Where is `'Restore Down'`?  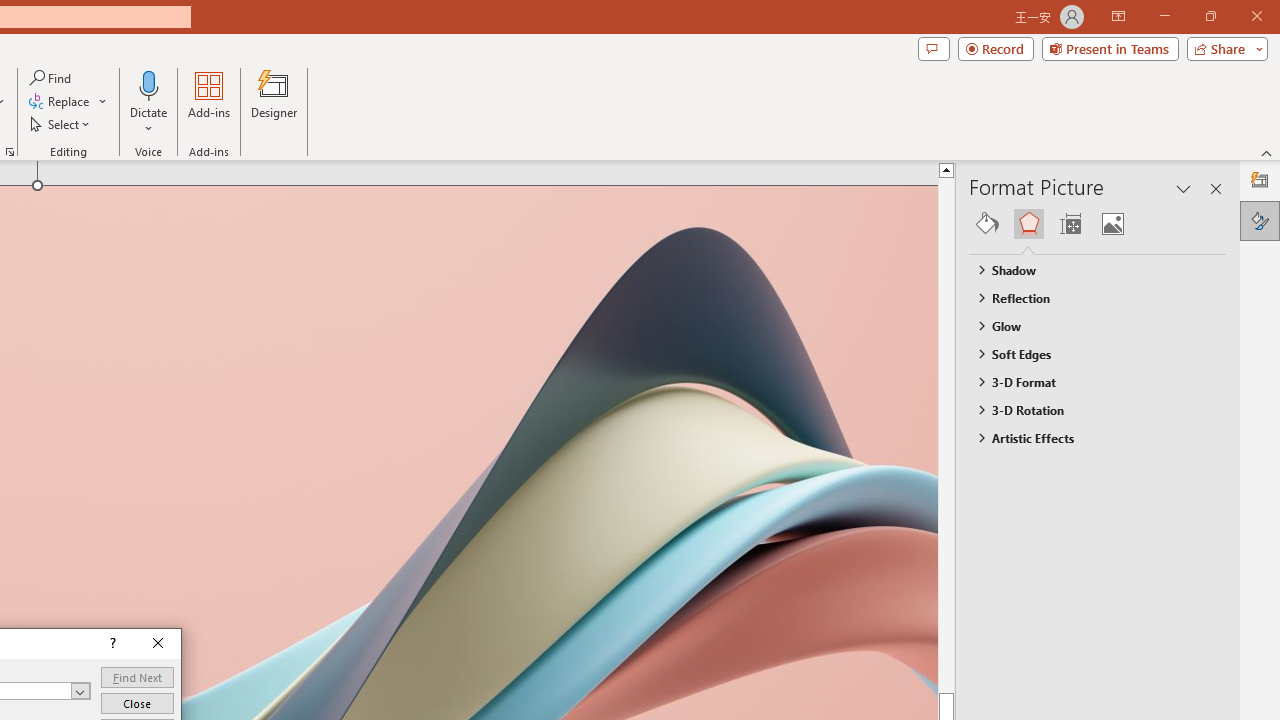 'Restore Down' is located at coordinates (1209, 16).